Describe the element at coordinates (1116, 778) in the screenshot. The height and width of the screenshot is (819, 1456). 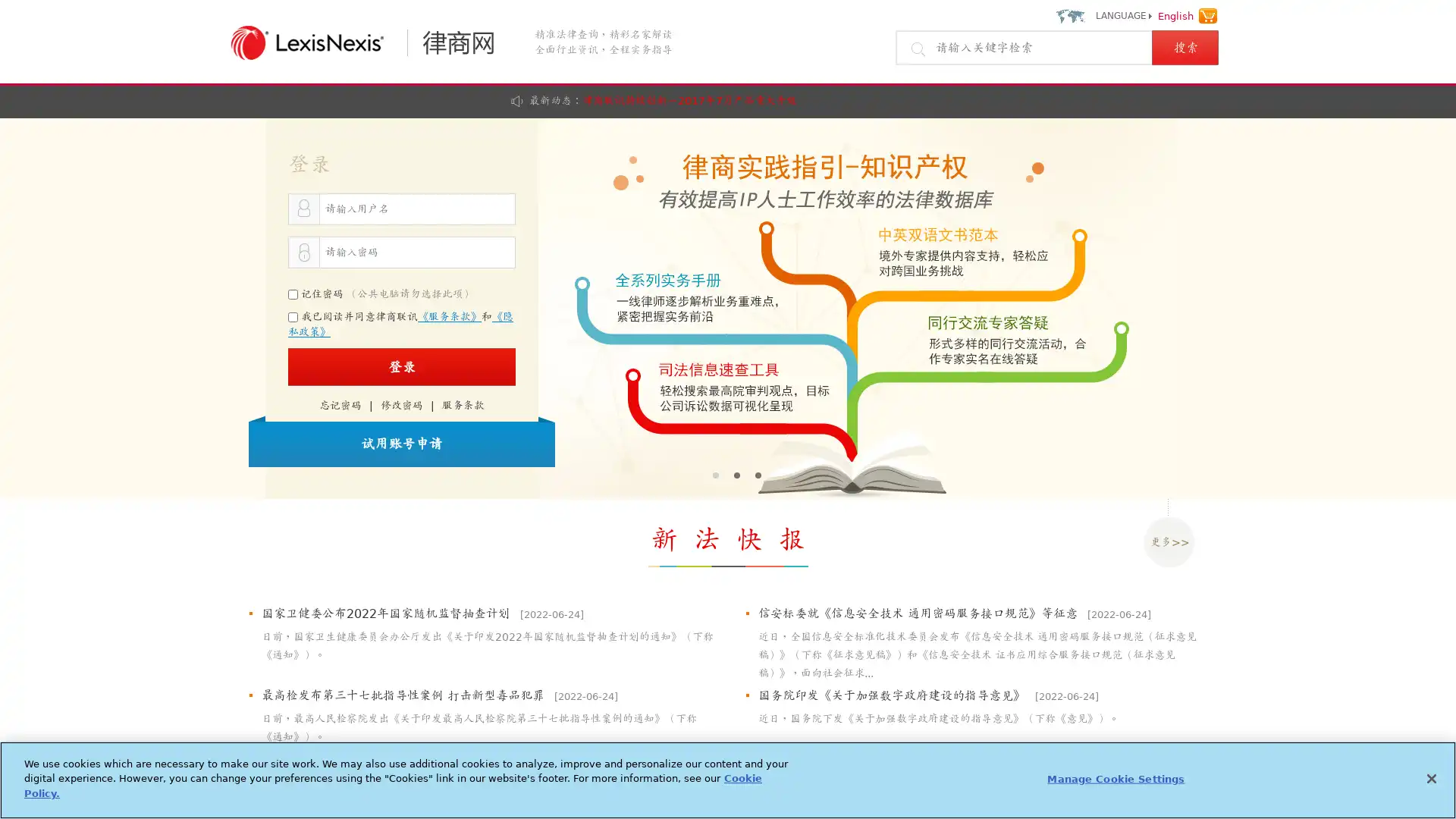
I see `Manage Cookie Settings` at that location.